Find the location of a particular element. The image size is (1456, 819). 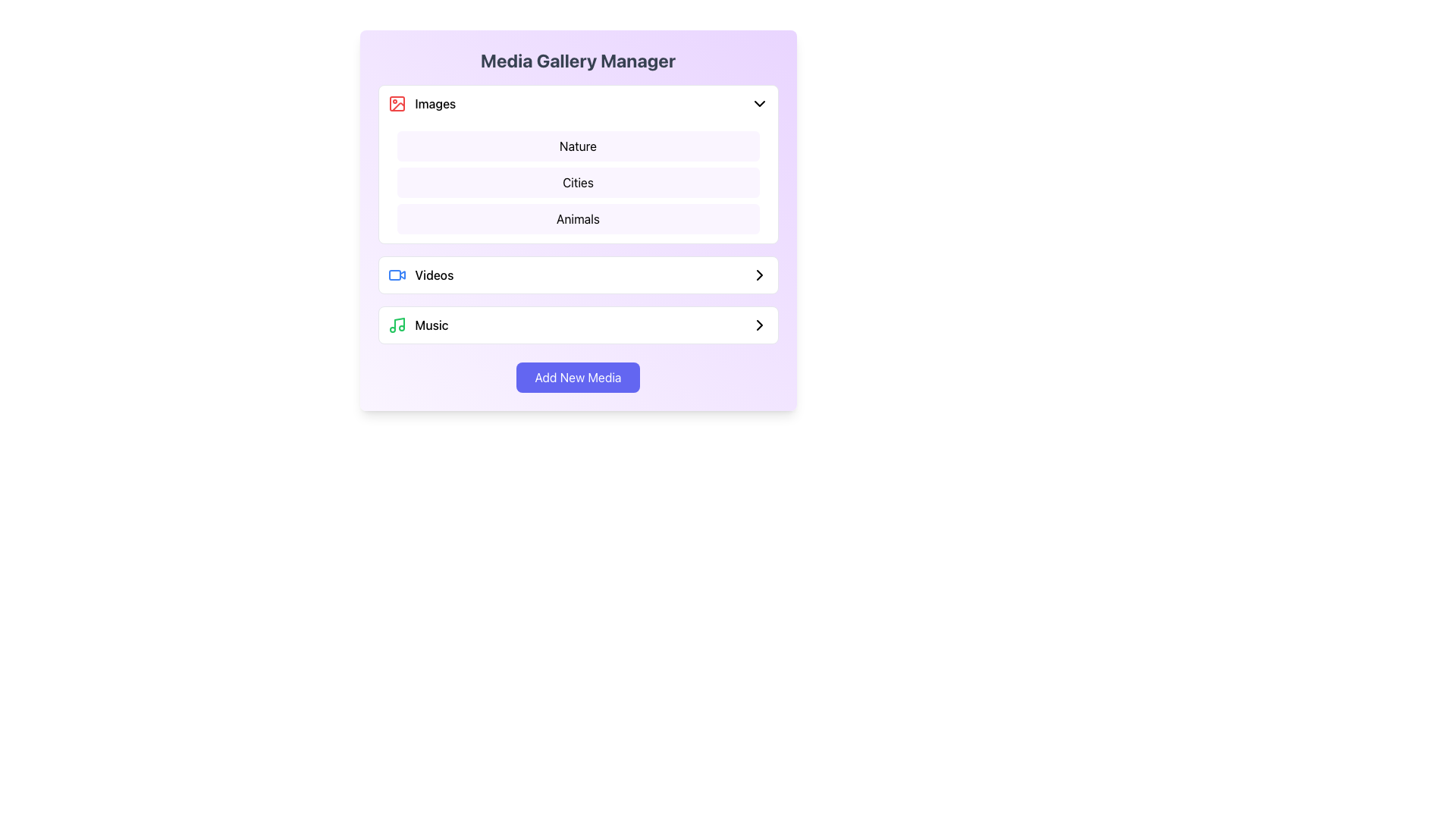

the 'Videos' link in the Media Gallery Manager menu is located at coordinates (420, 275).